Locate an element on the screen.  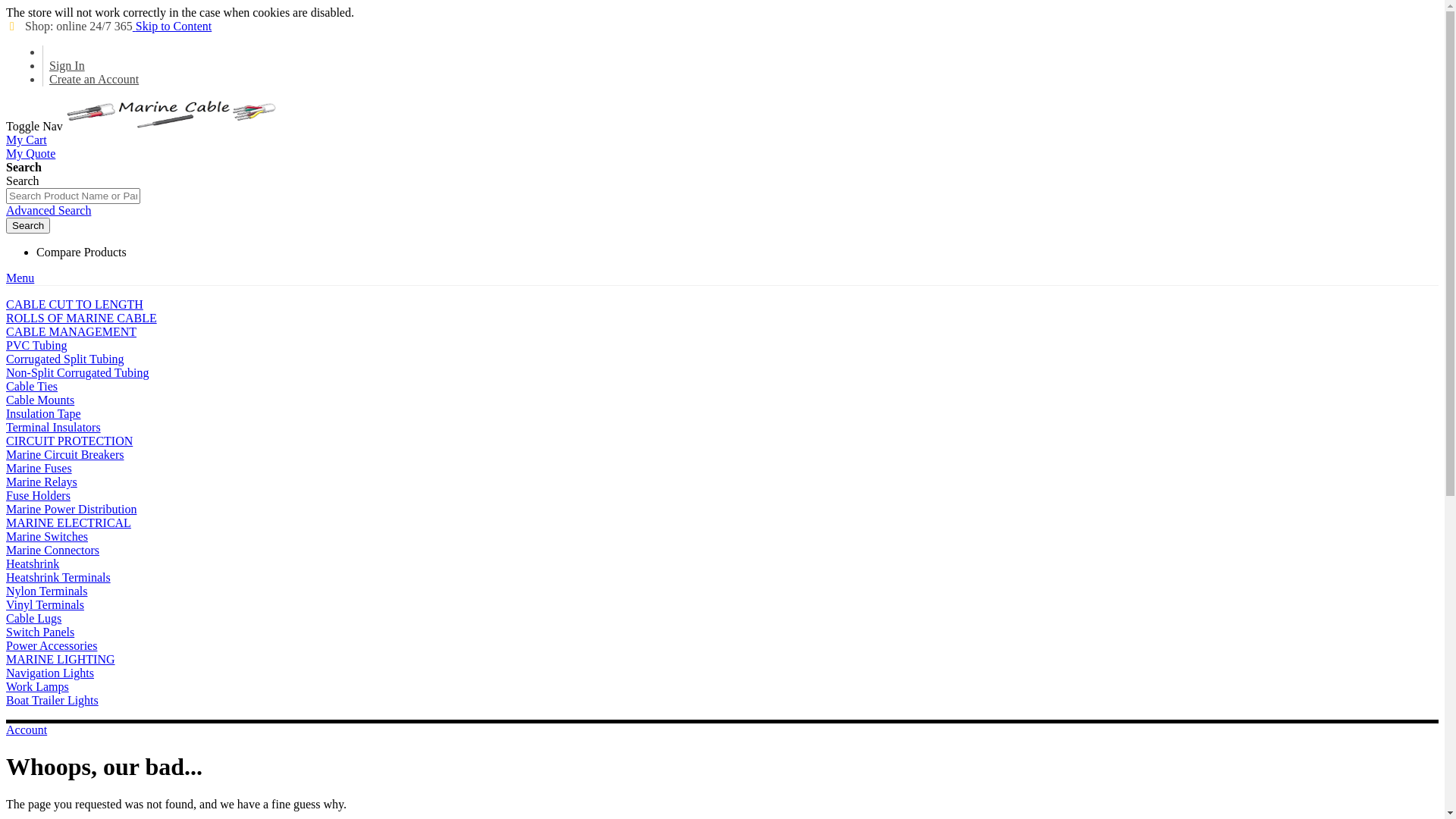
'Marine Cable Supplied Worldwide' is located at coordinates (171, 113).